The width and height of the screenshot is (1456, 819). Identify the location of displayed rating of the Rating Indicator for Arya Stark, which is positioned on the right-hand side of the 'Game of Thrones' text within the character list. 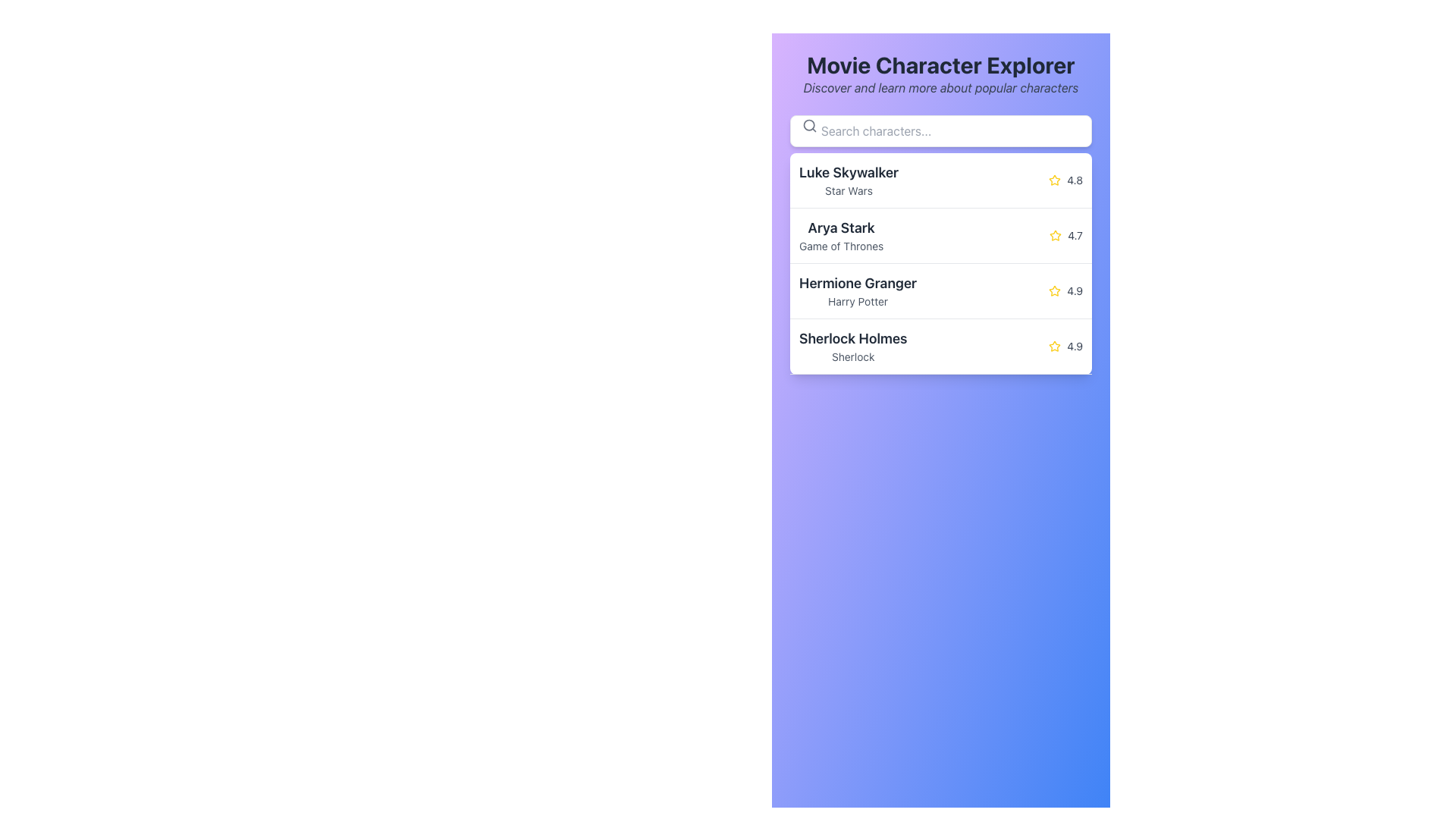
(1065, 236).